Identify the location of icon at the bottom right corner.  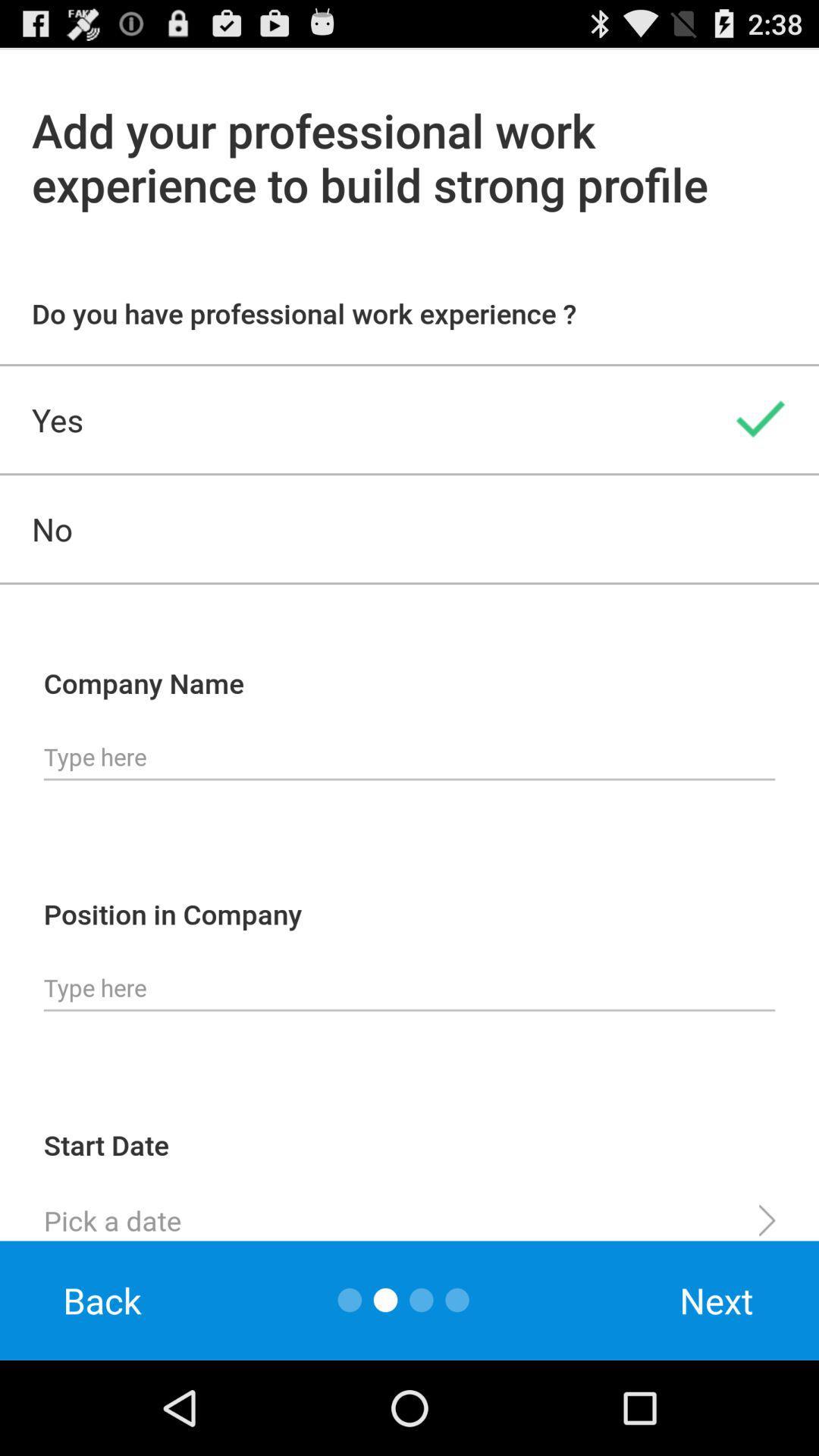
(717, 1300).